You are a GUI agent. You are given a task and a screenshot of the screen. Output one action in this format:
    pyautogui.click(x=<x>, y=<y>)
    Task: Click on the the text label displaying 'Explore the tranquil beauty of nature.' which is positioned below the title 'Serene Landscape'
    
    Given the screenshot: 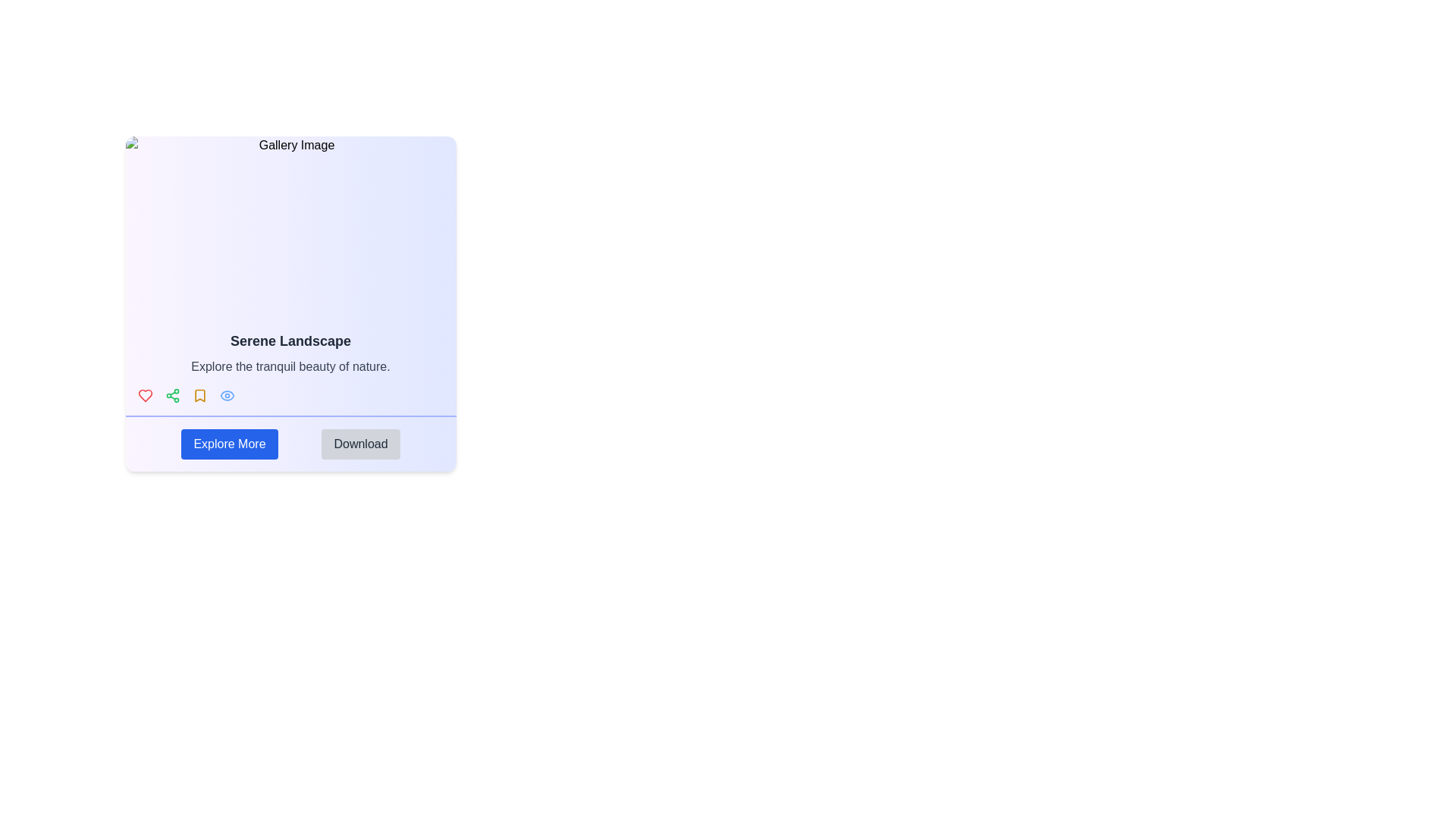 What is the action you would take?
    pyautogui.click(x=290, y=366)
    